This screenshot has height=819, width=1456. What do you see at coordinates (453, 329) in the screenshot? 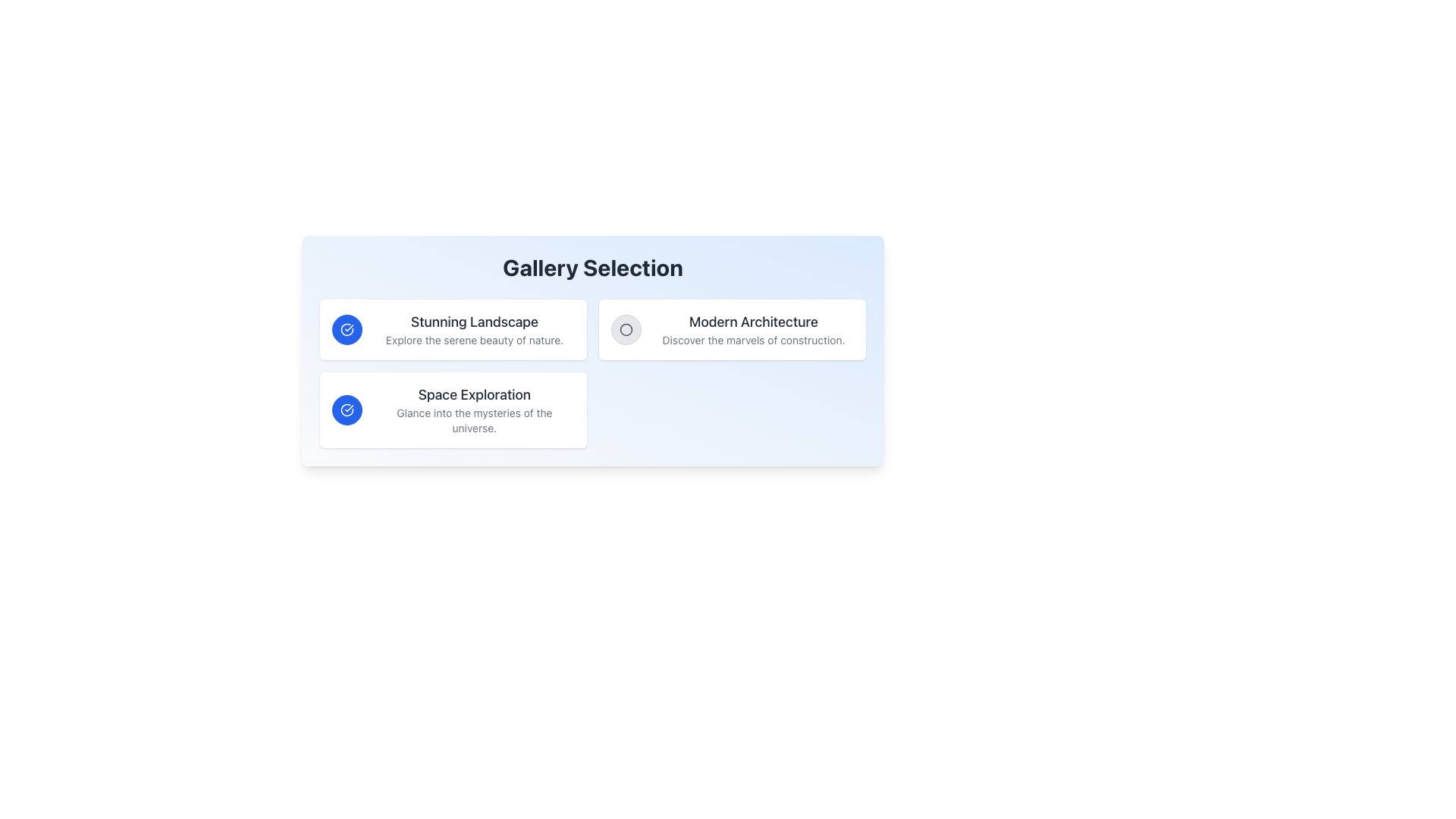
I see `the 'Stunning Landscape' selectable option button` at bounding box center [453, 329].